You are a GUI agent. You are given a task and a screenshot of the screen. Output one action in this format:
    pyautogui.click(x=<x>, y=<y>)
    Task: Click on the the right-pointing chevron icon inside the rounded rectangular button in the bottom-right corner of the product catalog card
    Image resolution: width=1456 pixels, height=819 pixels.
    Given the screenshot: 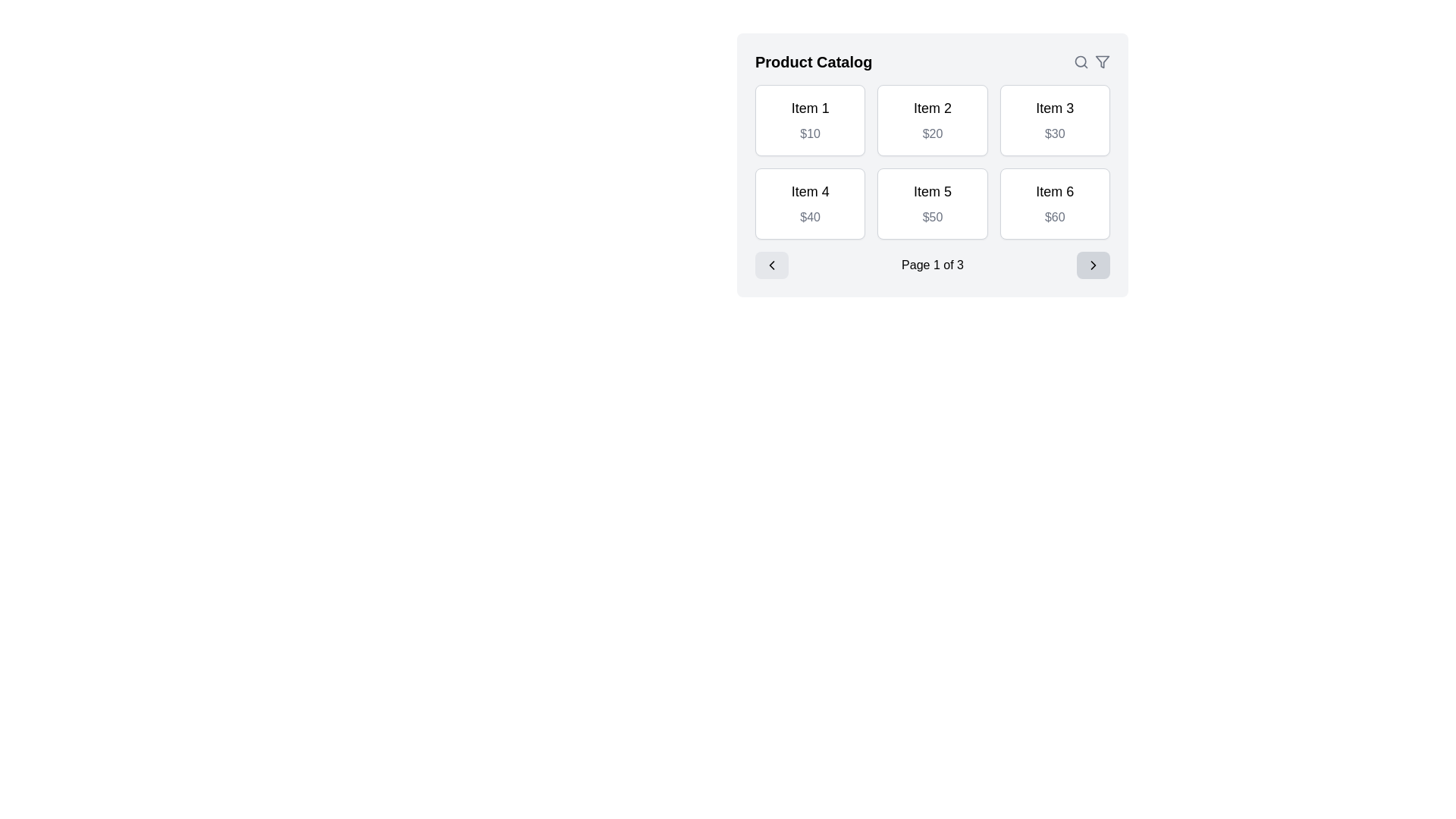 What is the action you would take?
    pyautogui.click(x=1093, y=265)
    